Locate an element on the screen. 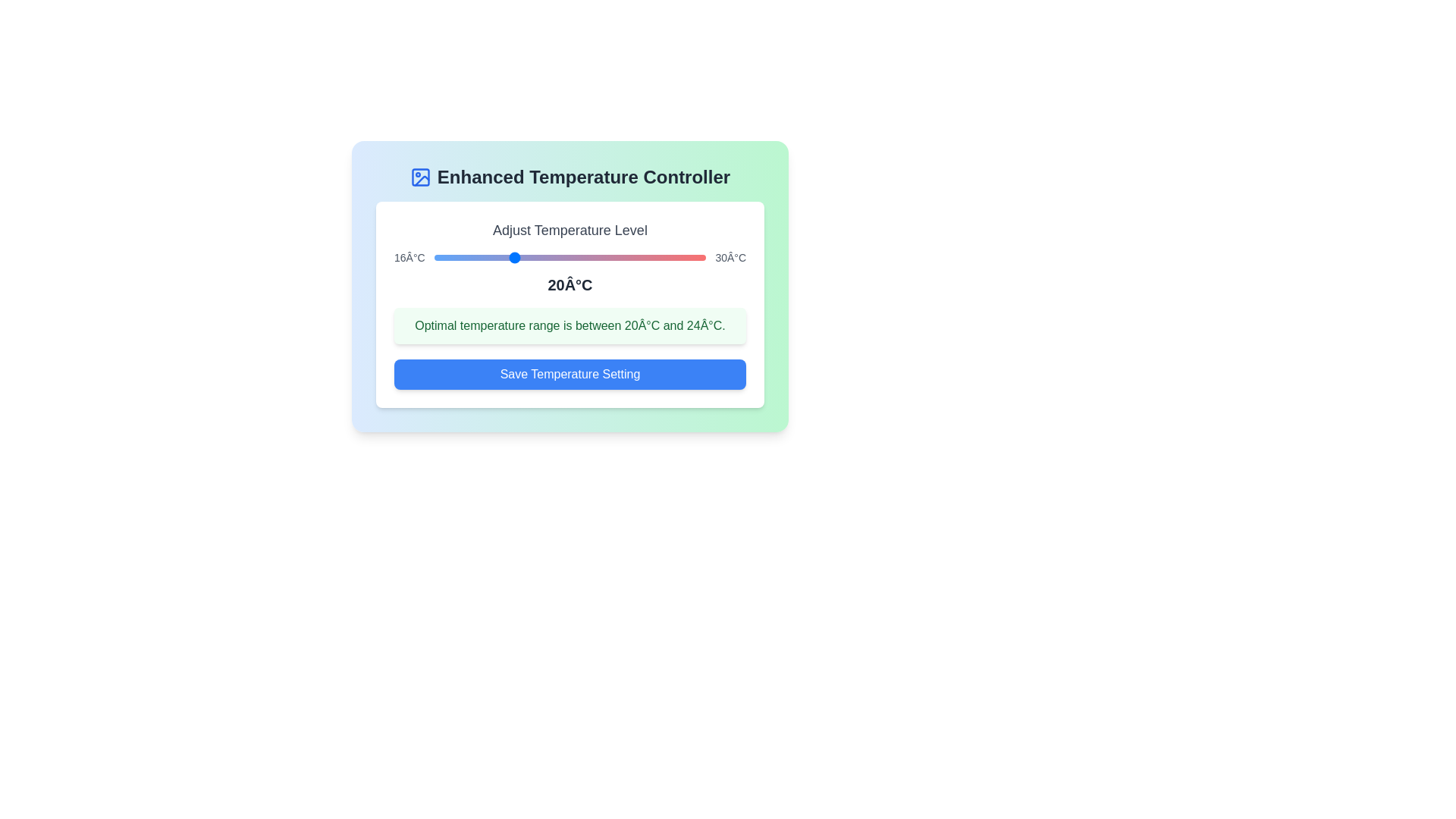 This screenshot has width=1456, height=819. the 'Save Temperature Setting' button is located at coordinates (570, 374).